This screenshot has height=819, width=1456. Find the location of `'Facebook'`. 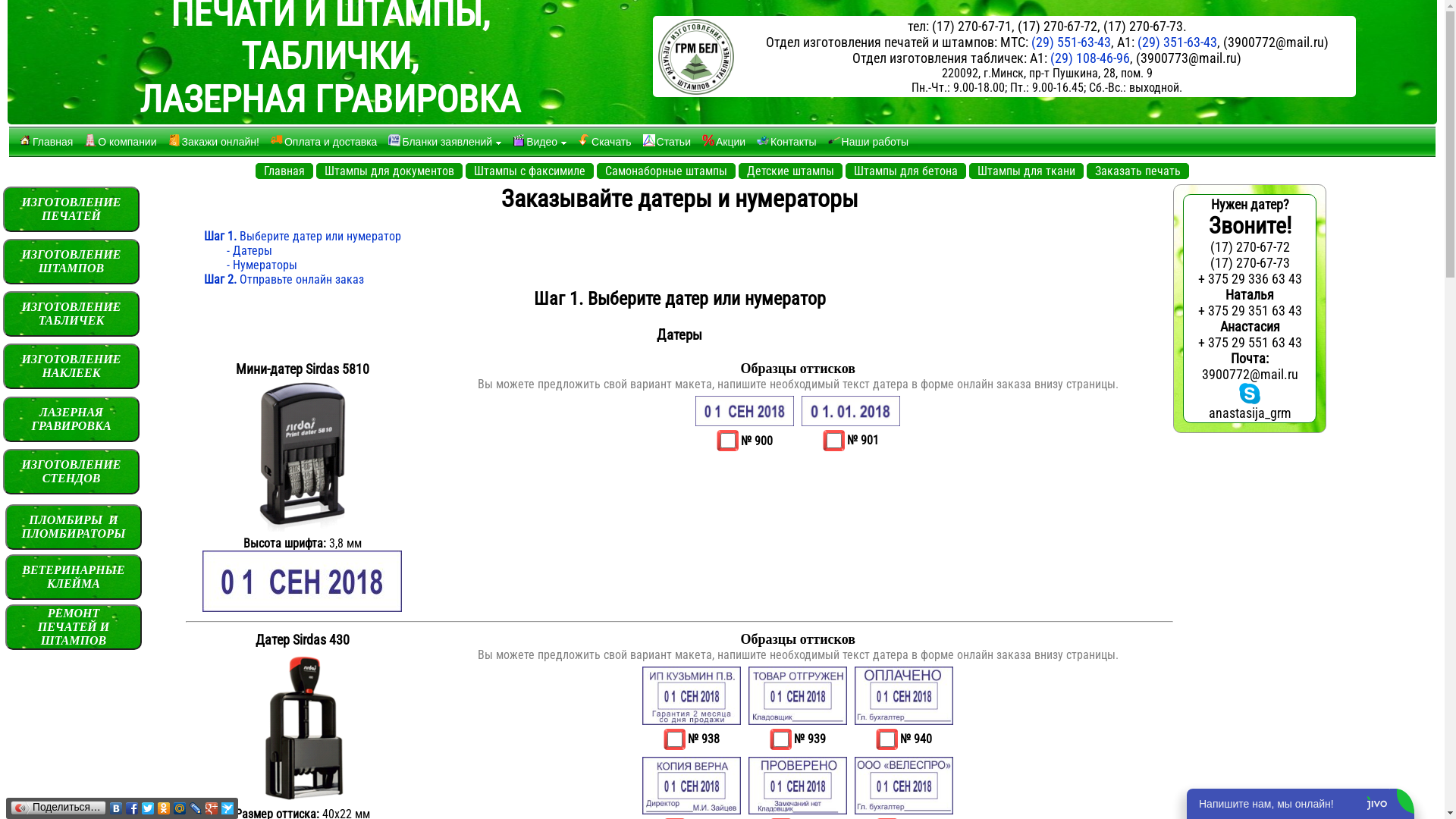

'Facebook' is located at coordinates (132, 807).